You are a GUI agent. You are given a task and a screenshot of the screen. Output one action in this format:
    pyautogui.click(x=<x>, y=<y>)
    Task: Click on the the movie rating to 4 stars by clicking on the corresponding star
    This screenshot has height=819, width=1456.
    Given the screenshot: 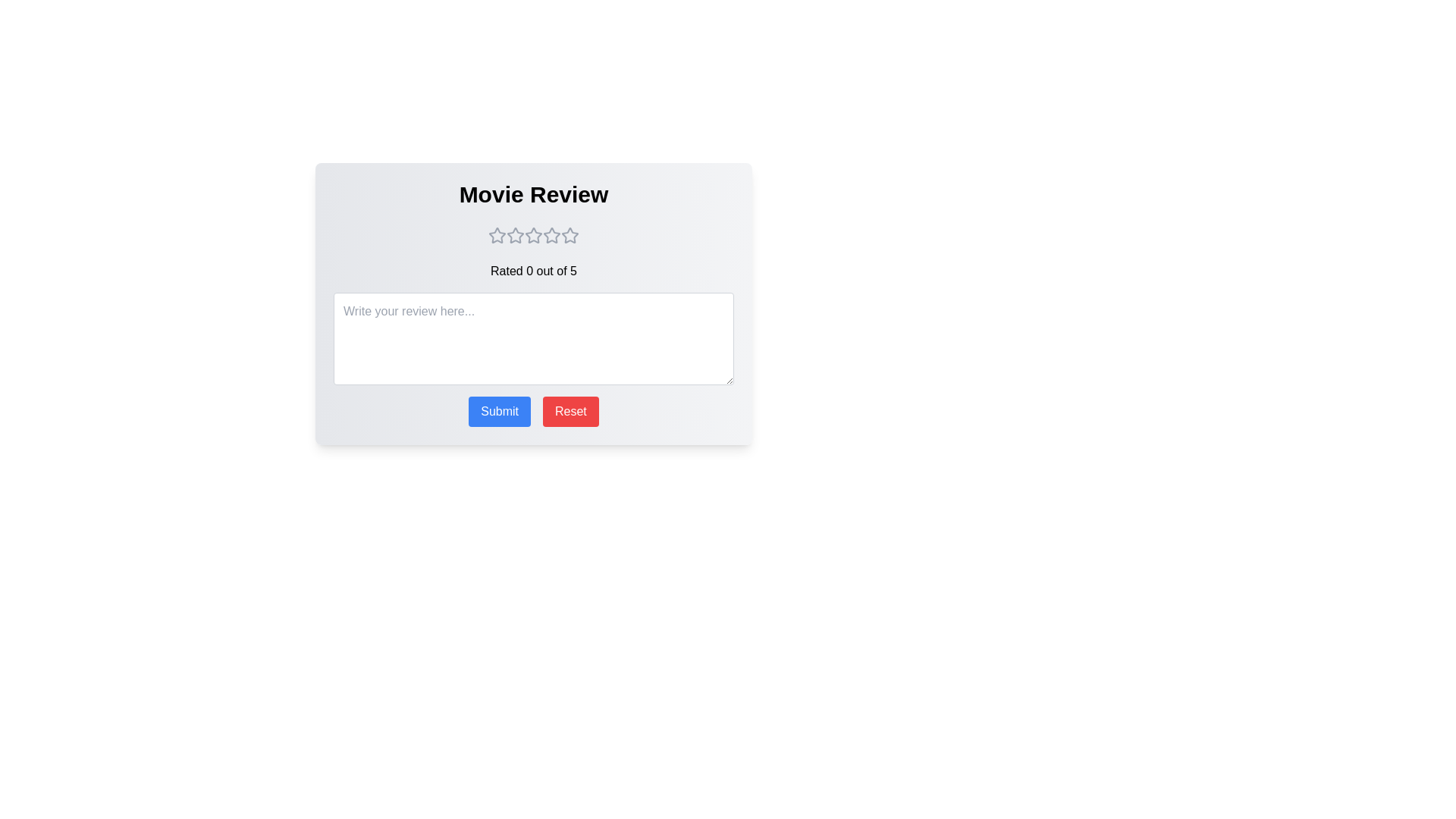 What is the action you would take?
    pyautogui.click(x=551, y=236)
    